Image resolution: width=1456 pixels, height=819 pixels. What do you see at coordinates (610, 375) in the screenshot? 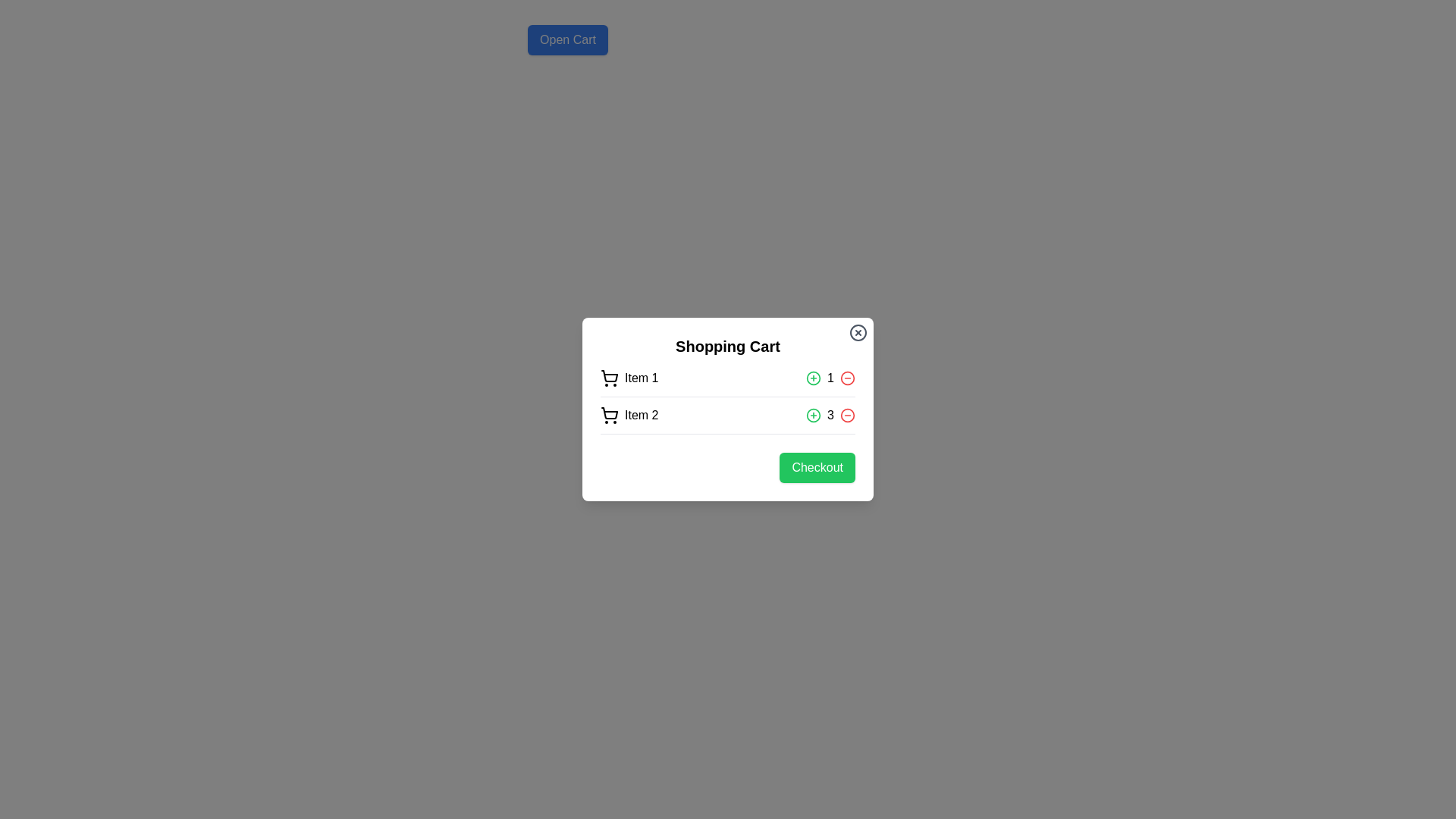
I see `the shopping cart icon, which is a minimalistic outlined representation located next to the text 'Item 1' in the 'Shopping Cart' dialog` at bounding box center [610, 375].